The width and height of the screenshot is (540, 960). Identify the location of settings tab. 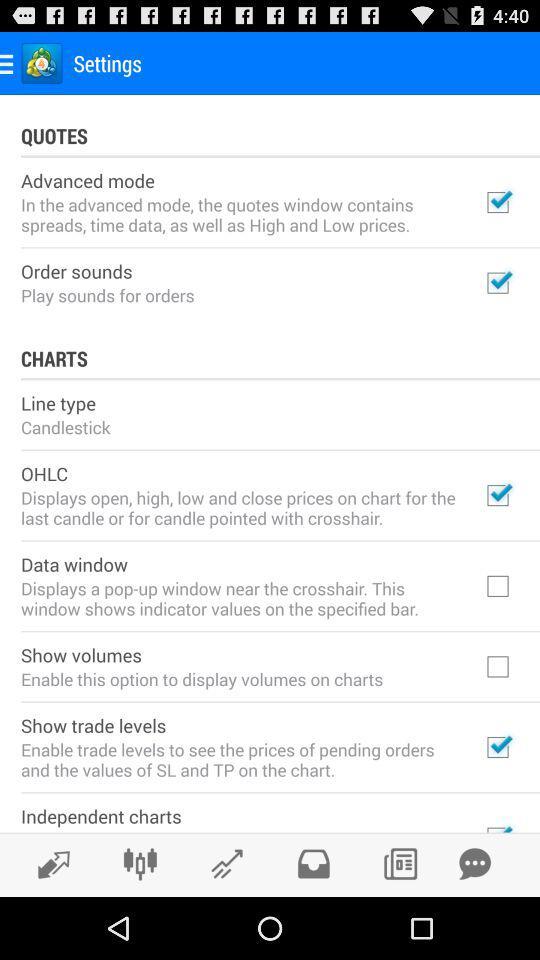
(139, 863).